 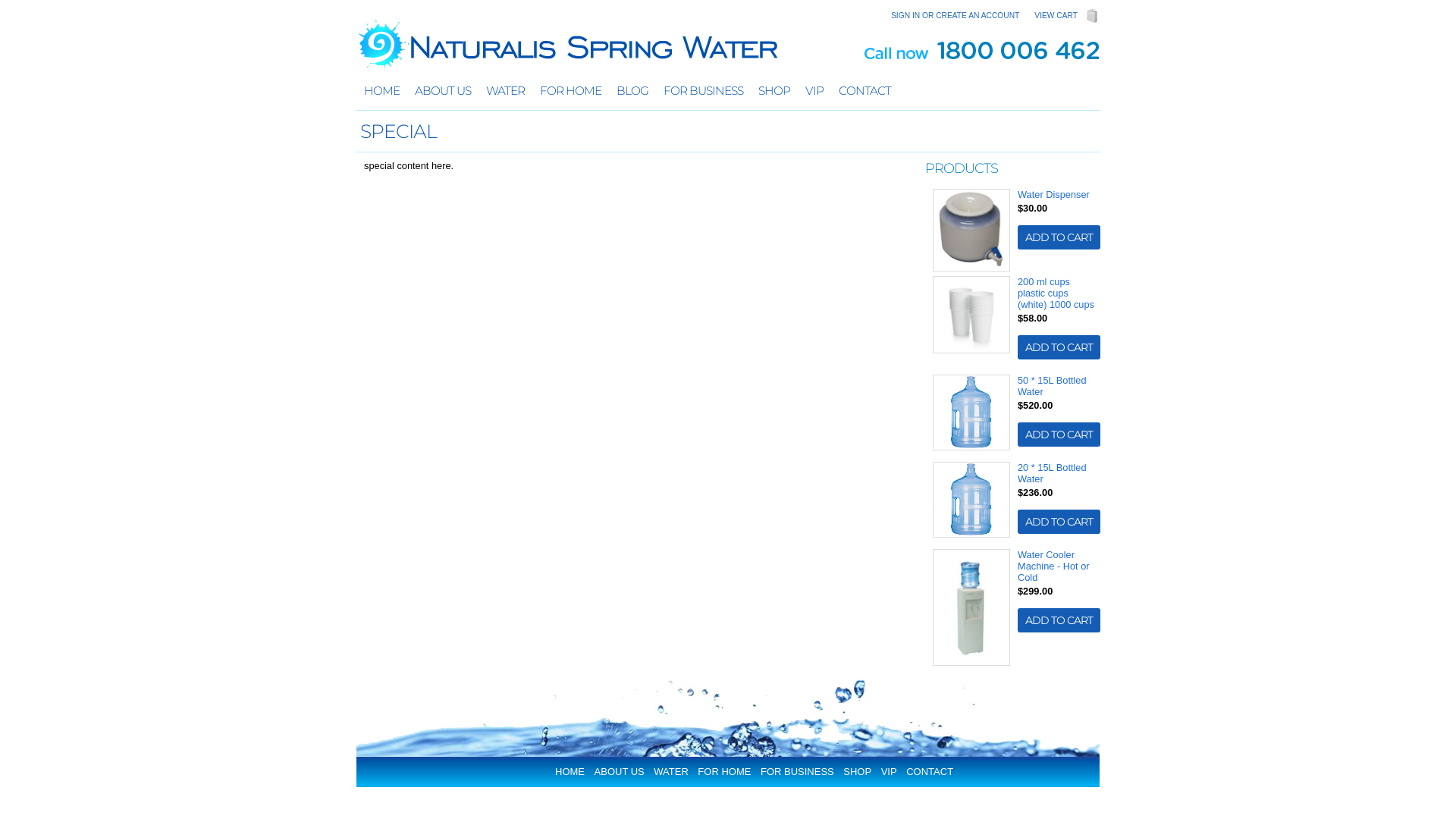 I want to click on 'ABOUT US', so click(x=442, y=90).